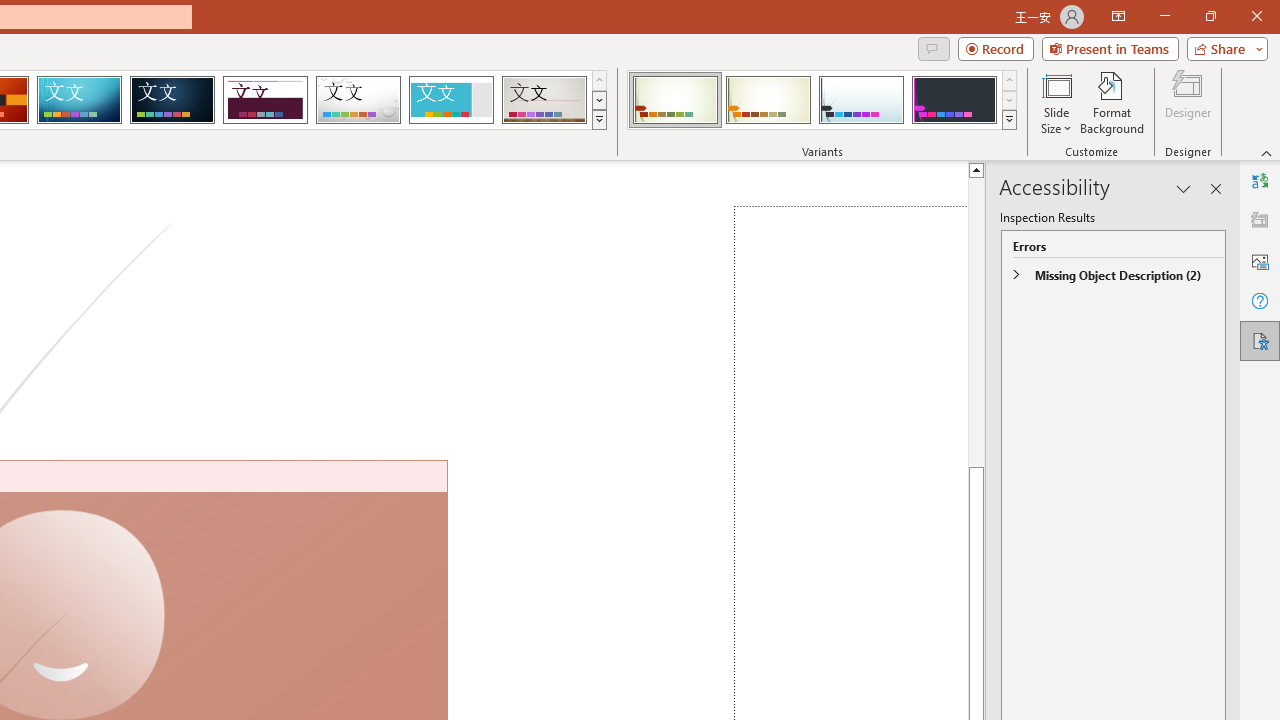 The width and height of the screenshot is (1280, 720). What do you see at coordinates (598, 120) in the screenshot?
I see `'Themes'` at bounding box center [598, 120].